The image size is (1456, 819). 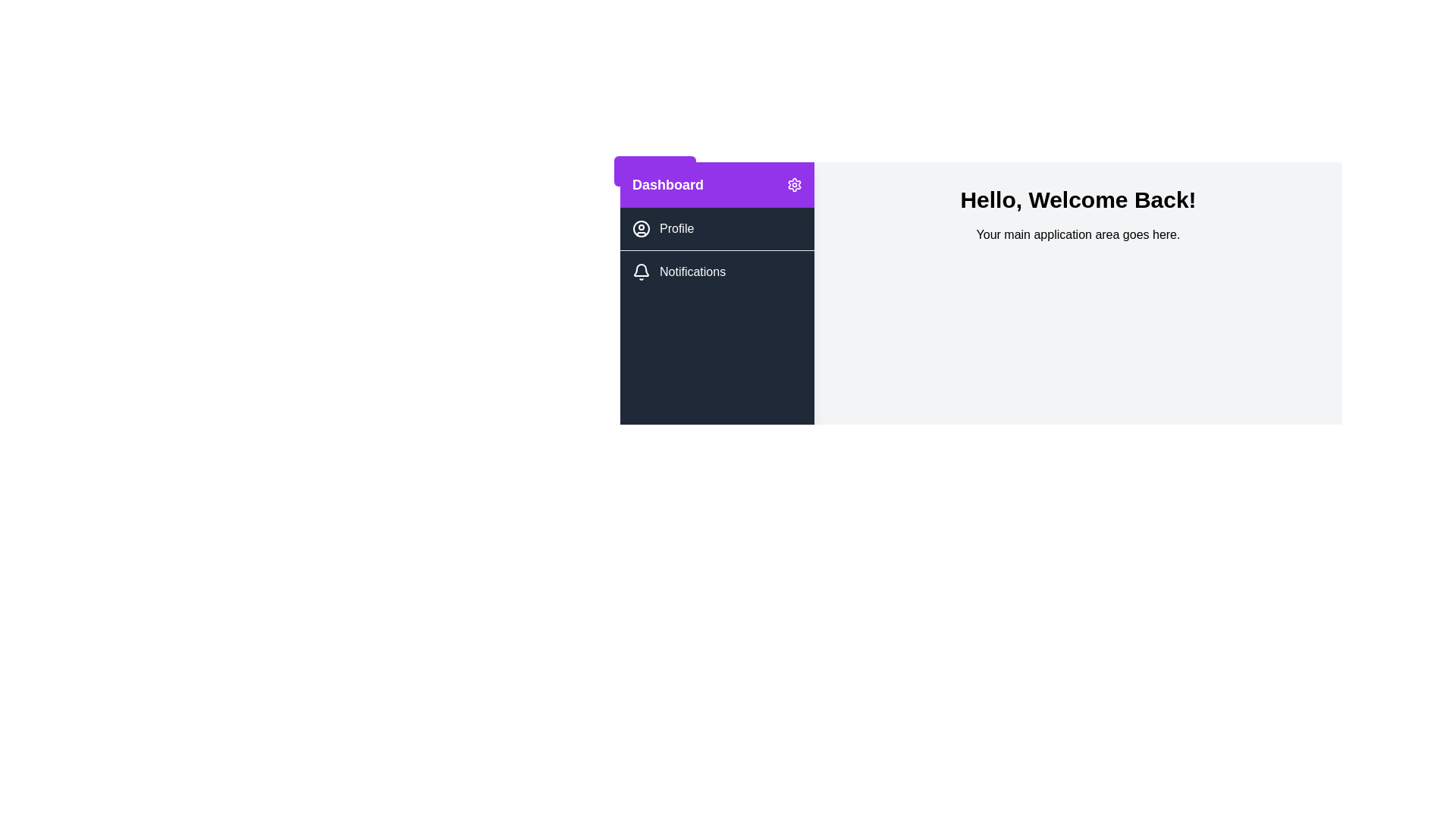 I want to click on the 'Profile' text label located on the left panel beneath the 'Dashboard' section, which indicates the profile section of the application, so click(x=676, y=228).